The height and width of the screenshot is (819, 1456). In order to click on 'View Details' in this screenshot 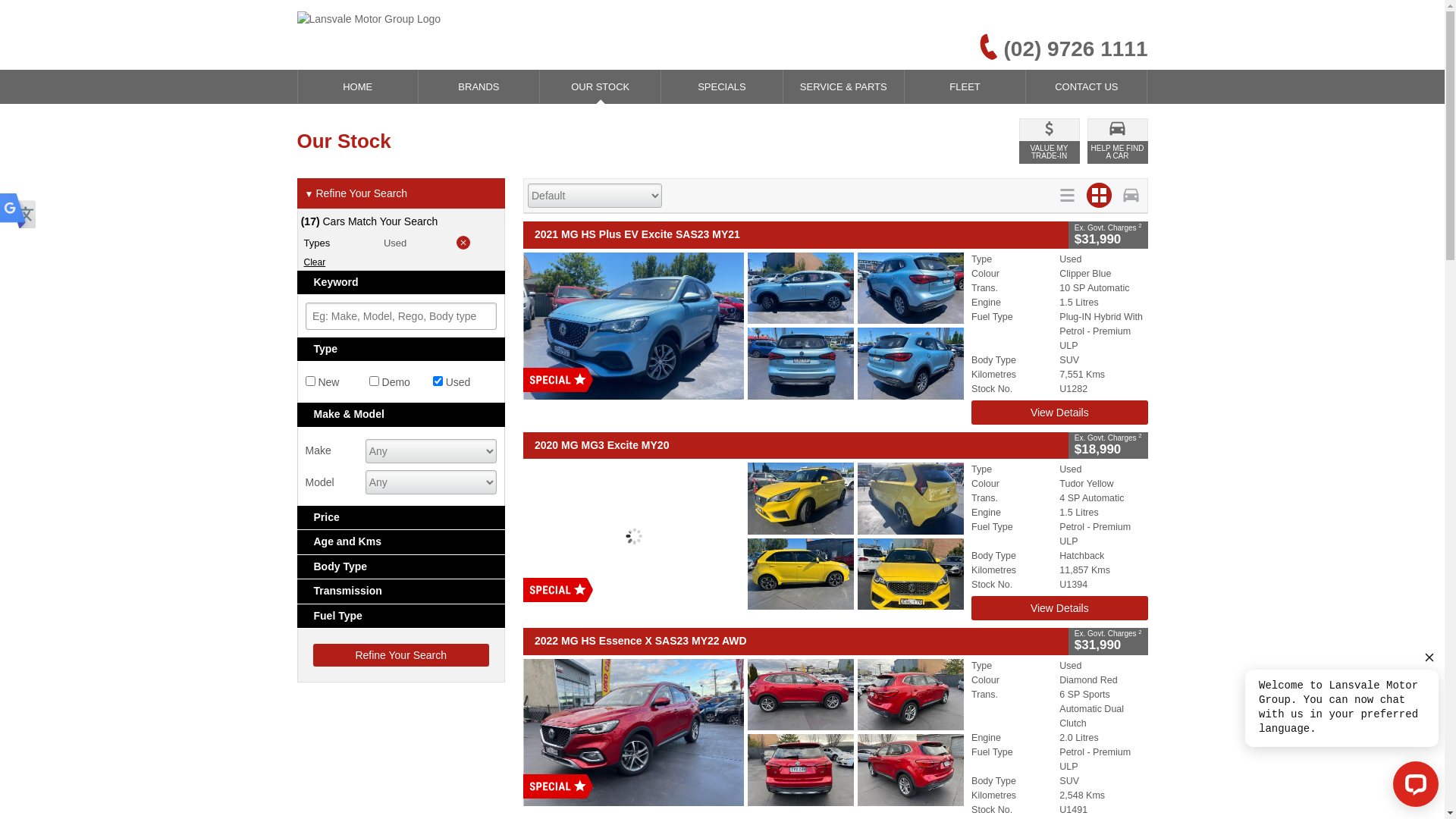, I will do `click(1058, 412)`.